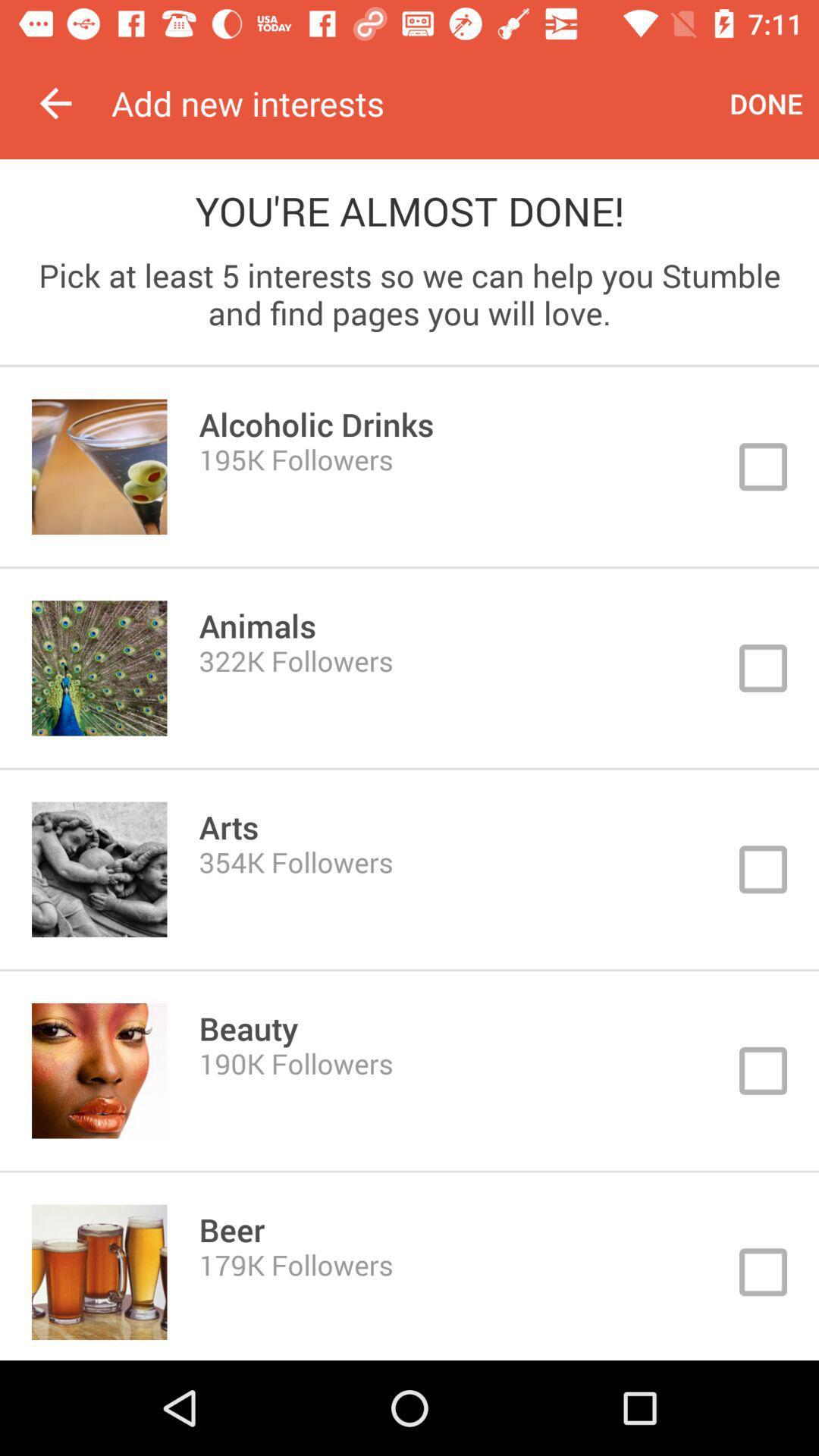 Image resolution: width=819 pixels, height=1456 pixels. I want to click on alcoholic drinks interest, so click(409, 466).